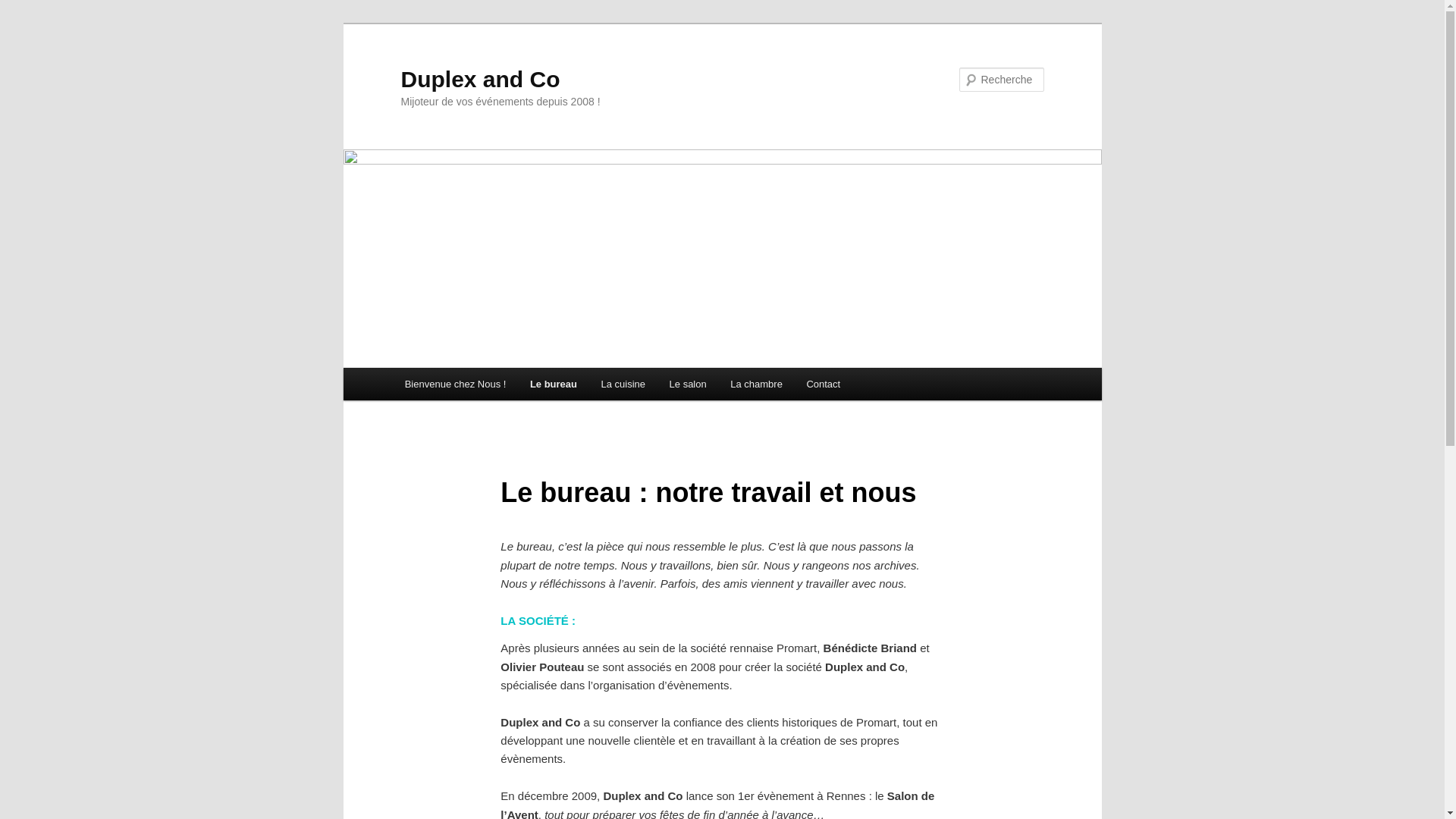 The image size is (1456, 819). What do you see at coordinates (23, 23) in the screenshot?
I see `'Aller au contenu principal'` at bounding box center [23, 23].